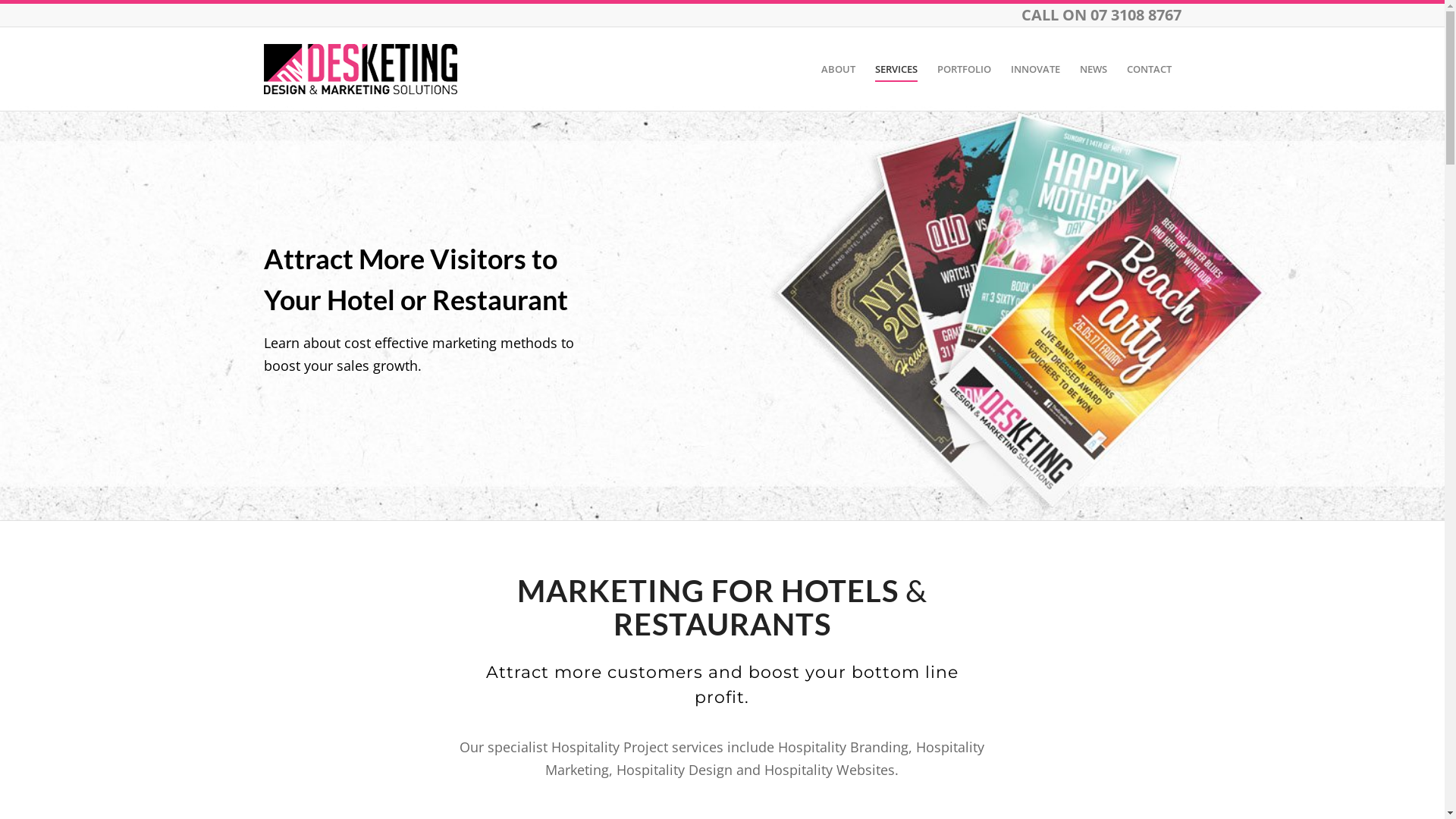 This screenshot has width=1456, height=819. What do you see at coordinates (1092, 69) in the screenshot?
I see `'NEWS'` at bounding box center [1092, 69].